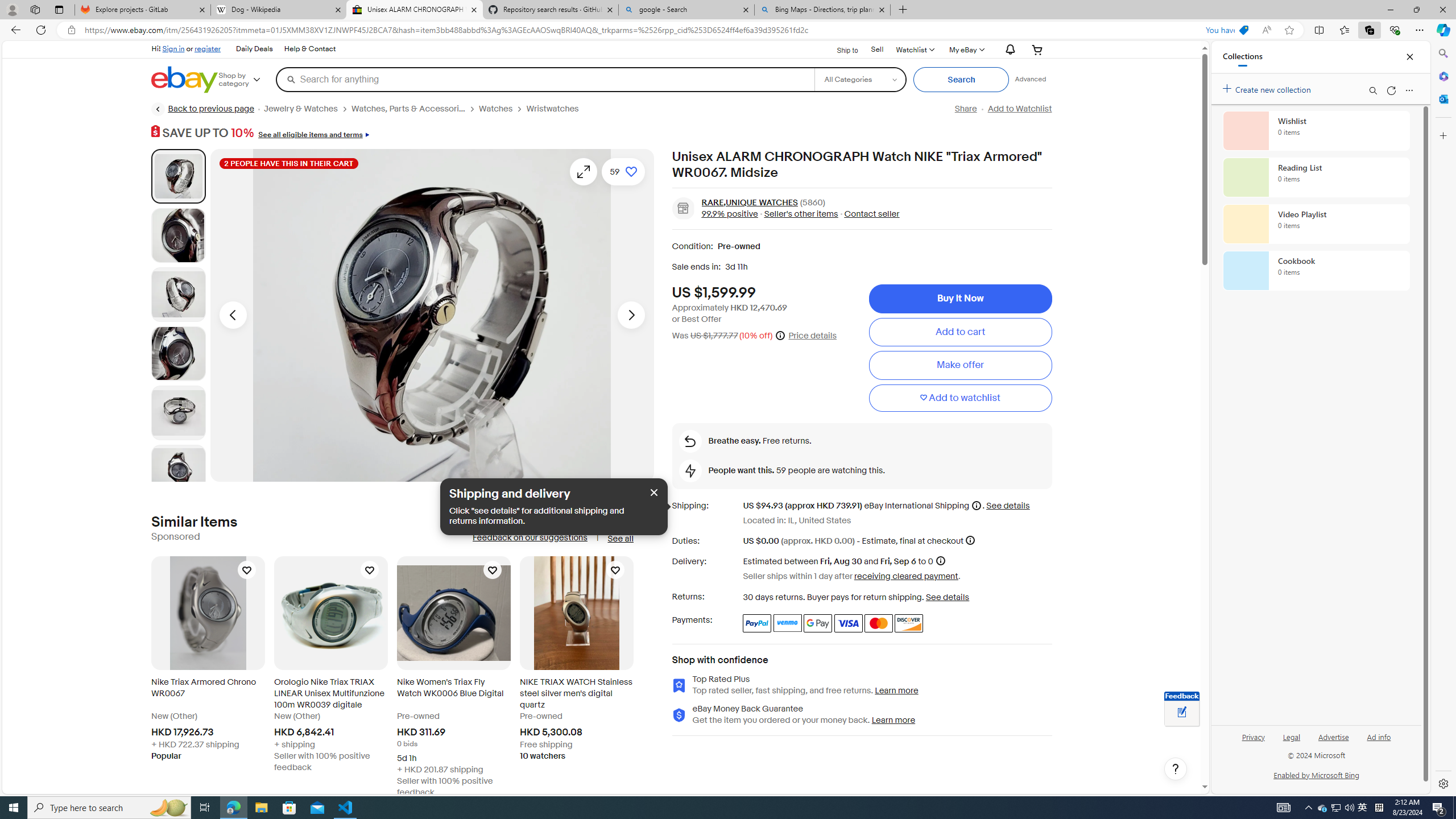  What do you see at coordinates (232, 315) in the screenshot?
I see `'Previous image - Item images thumbnails'` at bounding box center [232, 315].